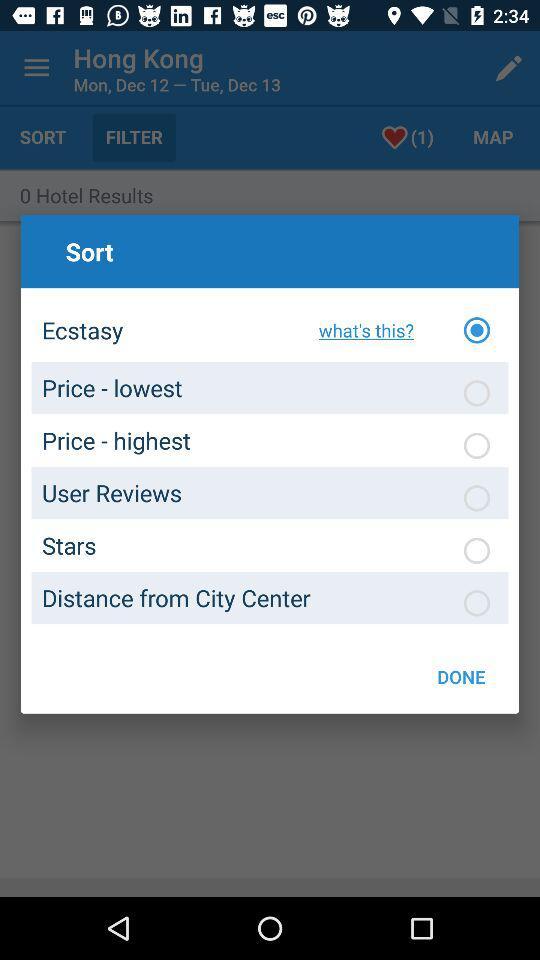  Describe the element at coordinates (475, 602) in the screenshot. I see `option` at that location.